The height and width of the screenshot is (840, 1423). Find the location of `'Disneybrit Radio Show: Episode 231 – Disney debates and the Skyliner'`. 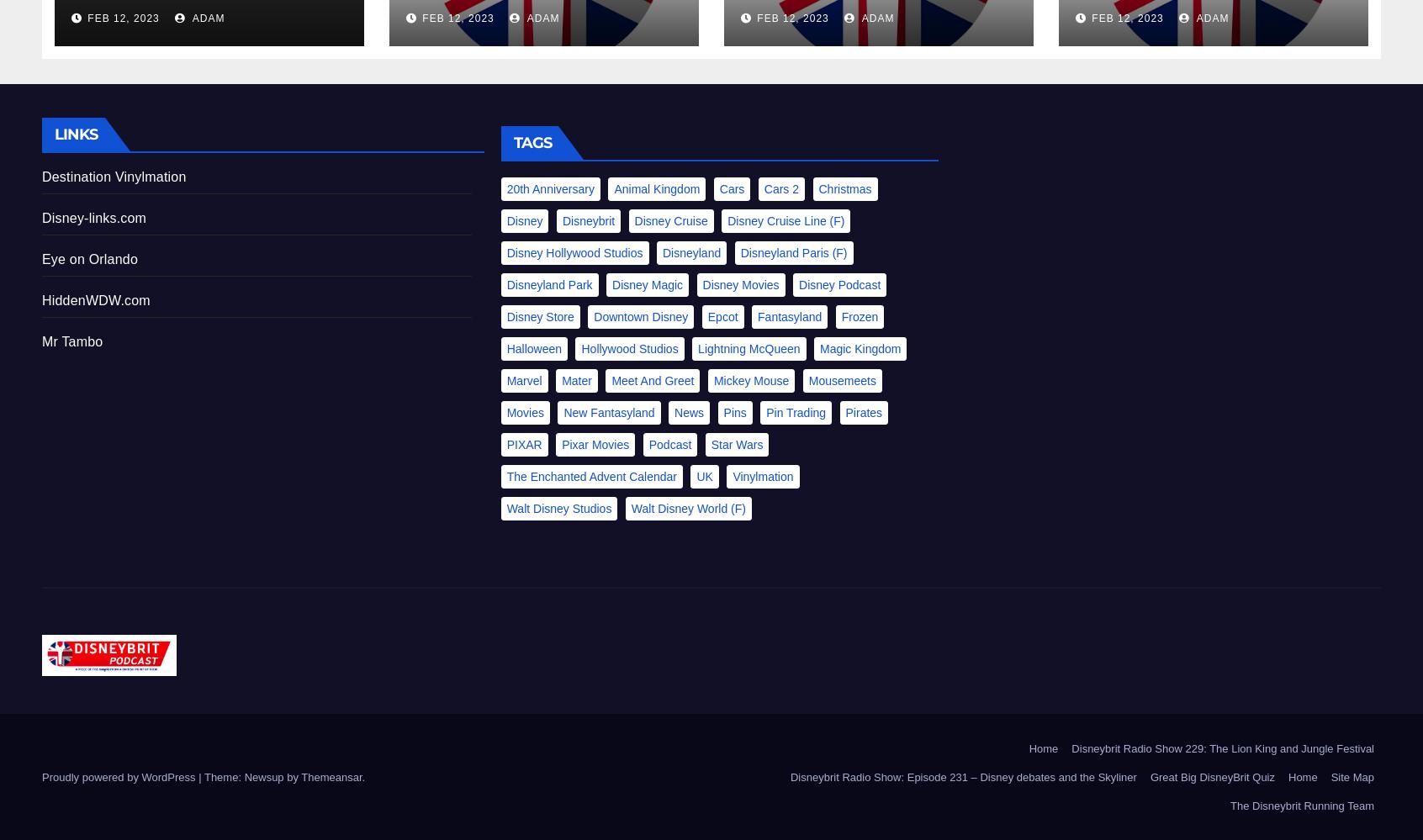

'Disneybrit Radio Show: Episode 231 – Disney debates and the Skyliner' is located at coordinates (961, 776).